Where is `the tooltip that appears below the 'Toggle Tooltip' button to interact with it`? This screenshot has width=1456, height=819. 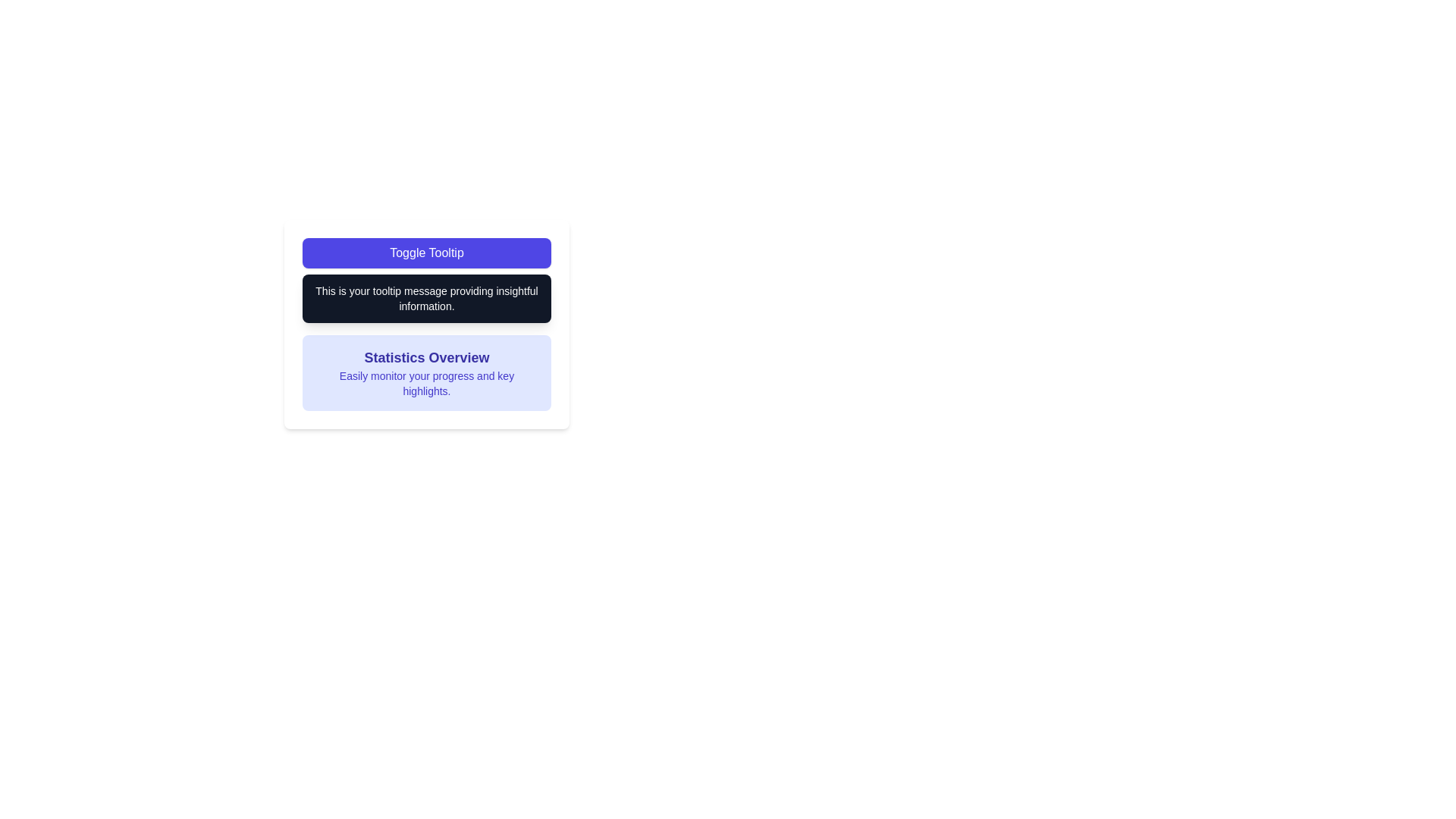 the tooltip that appears below the 'Toggle Tooltip' button to interact with it is located at coordinates (425, 298).